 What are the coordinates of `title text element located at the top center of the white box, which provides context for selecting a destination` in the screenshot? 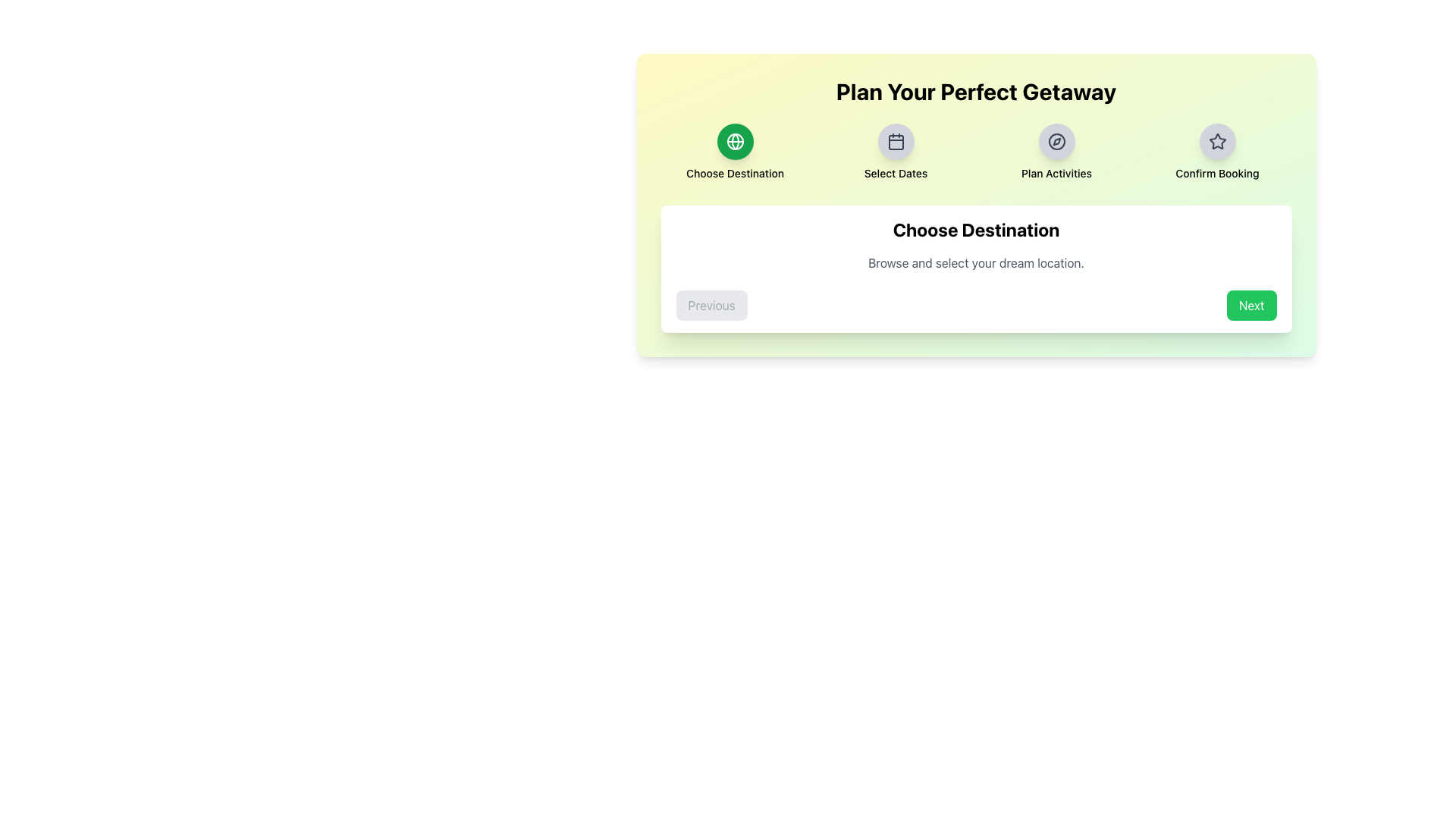 It's located at (976, 230).